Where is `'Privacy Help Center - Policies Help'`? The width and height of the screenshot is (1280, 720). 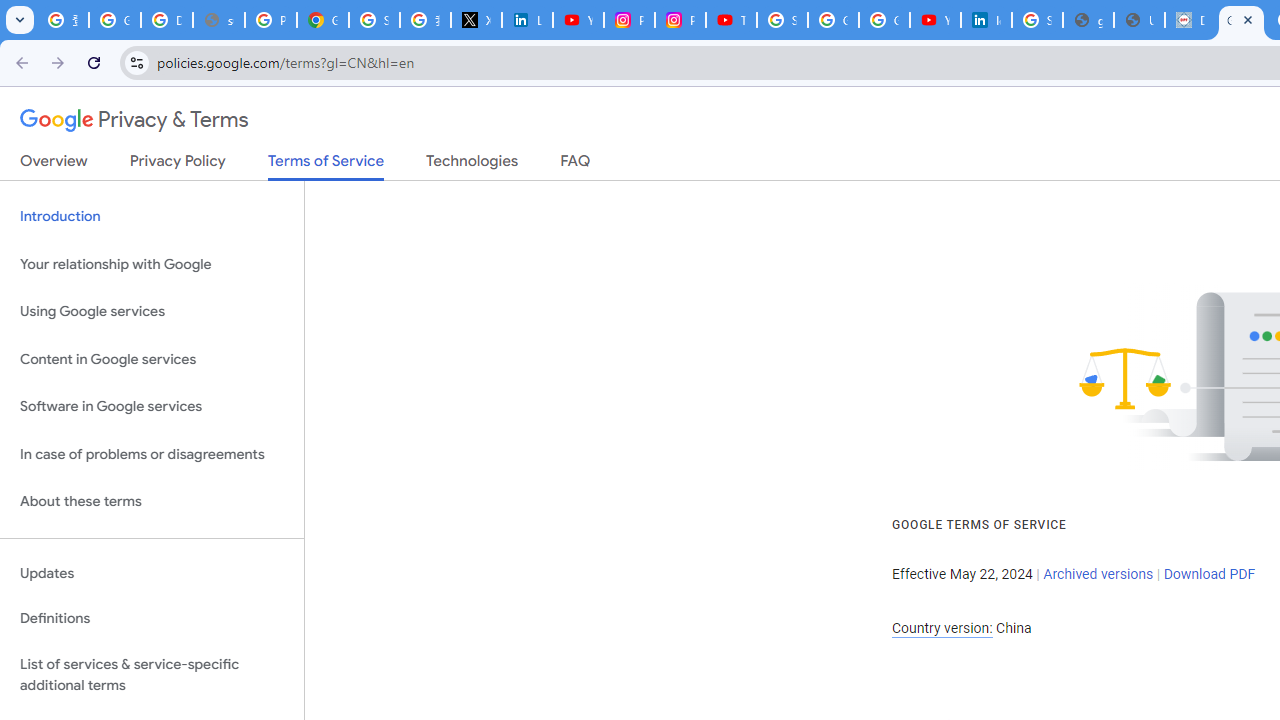
'Privacy Help Center - Policies Help' is located at coordinates (269, 20).